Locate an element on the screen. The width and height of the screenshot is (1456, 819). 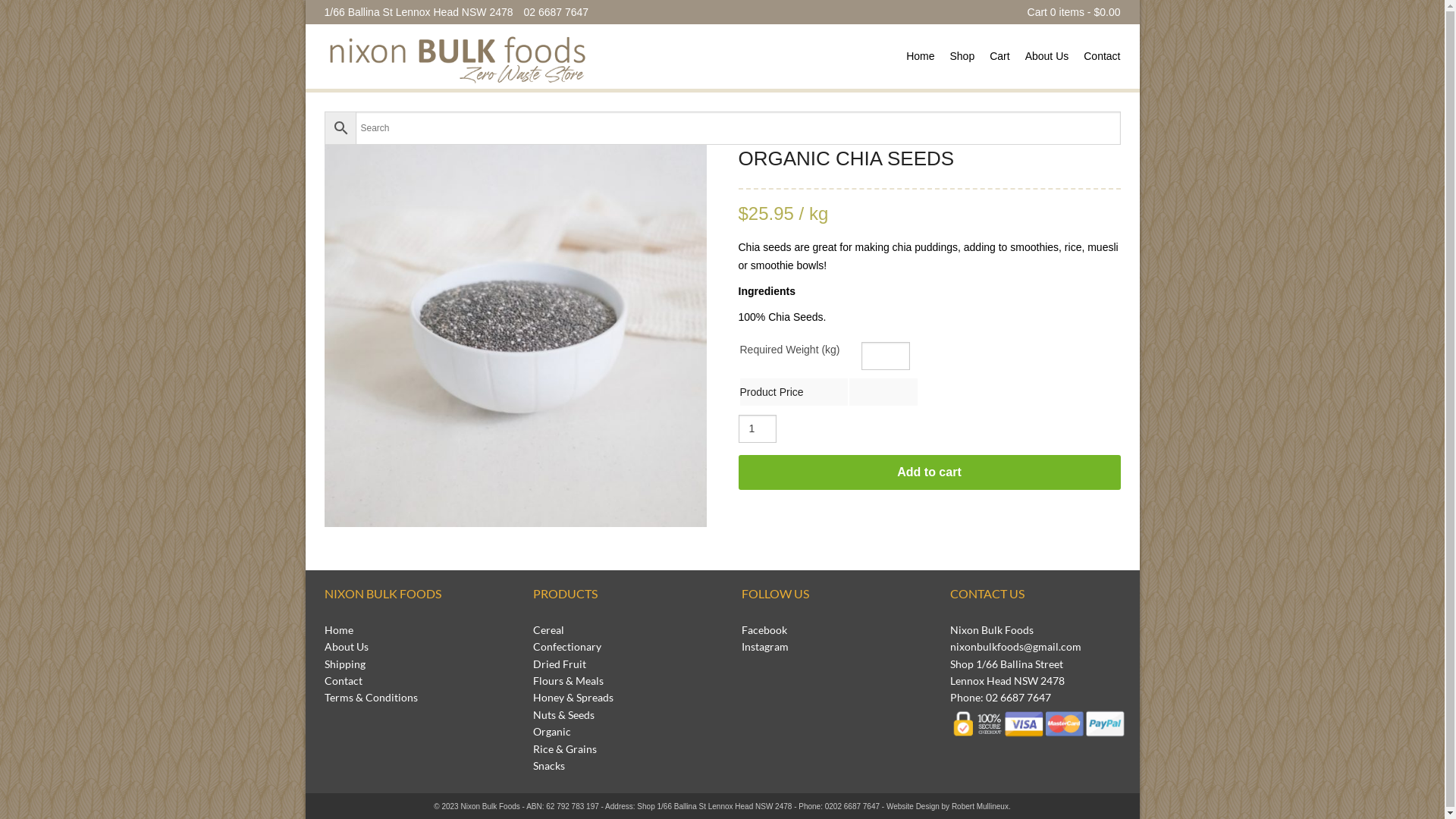
'Home' is located at coordinates (337, 629).